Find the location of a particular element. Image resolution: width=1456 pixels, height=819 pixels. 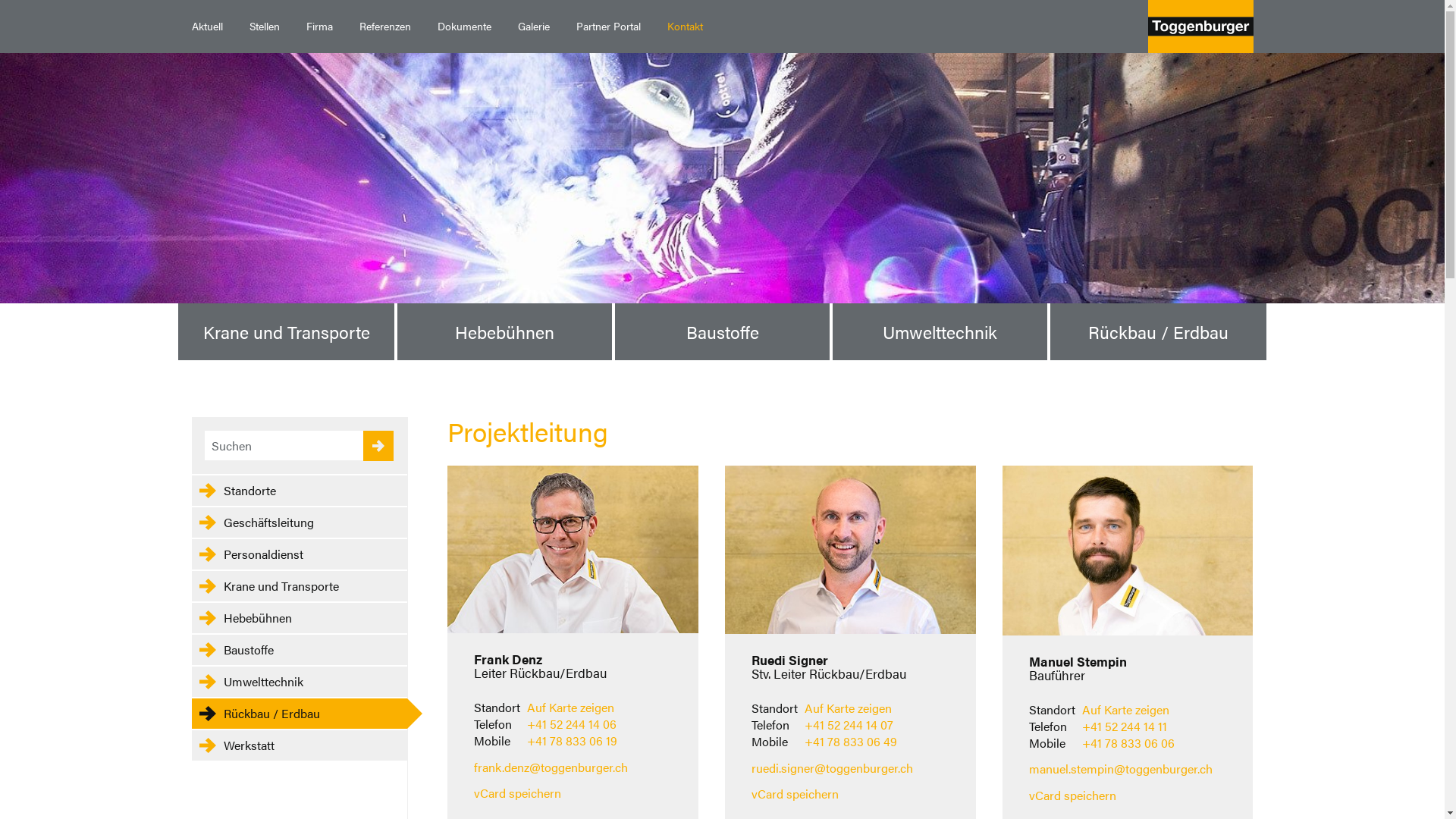

'+41 78 833 06 49' is located at coordinates (851, 740).